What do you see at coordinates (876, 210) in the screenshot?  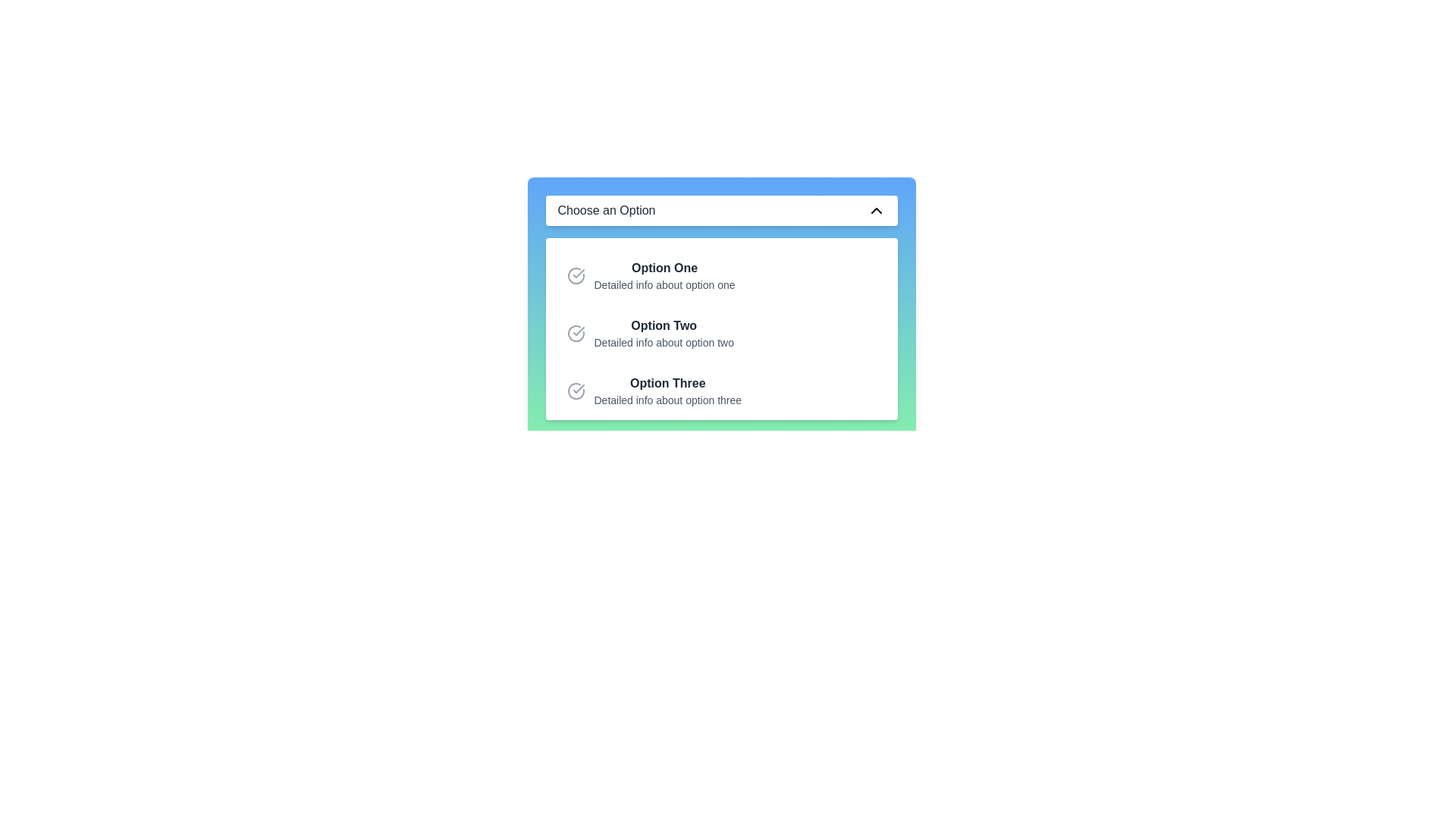 I see `the chevron-style dropdown icon located at the far right side of the dropdown menu, adjacent to the text 'Choose an Option'` at bounding box center [876, 210].